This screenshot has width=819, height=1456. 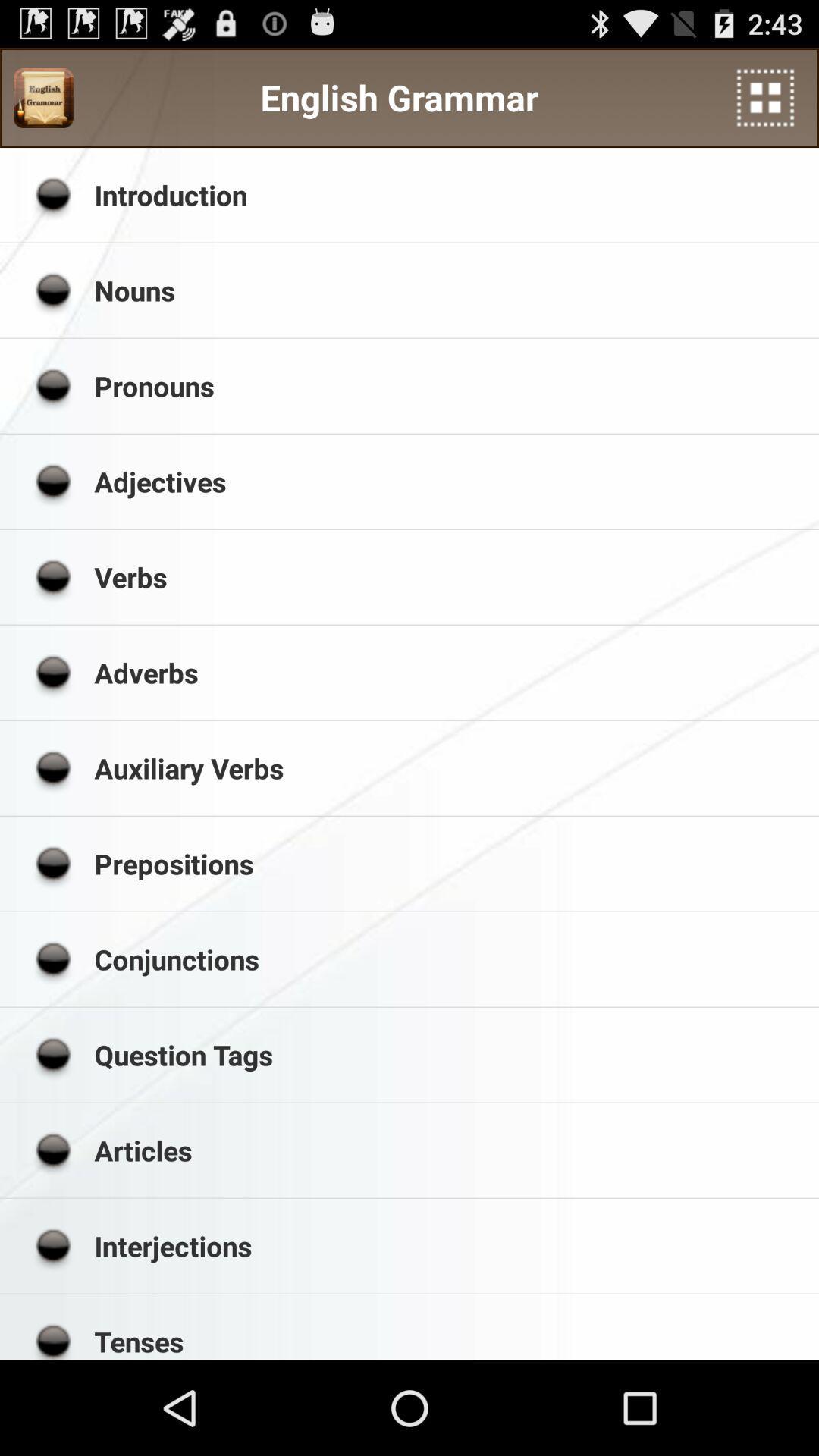 What do you see at coordinates (450, 1341) in the screenshot?
I see `the tenses icon` at bounding box center [450, 1341].